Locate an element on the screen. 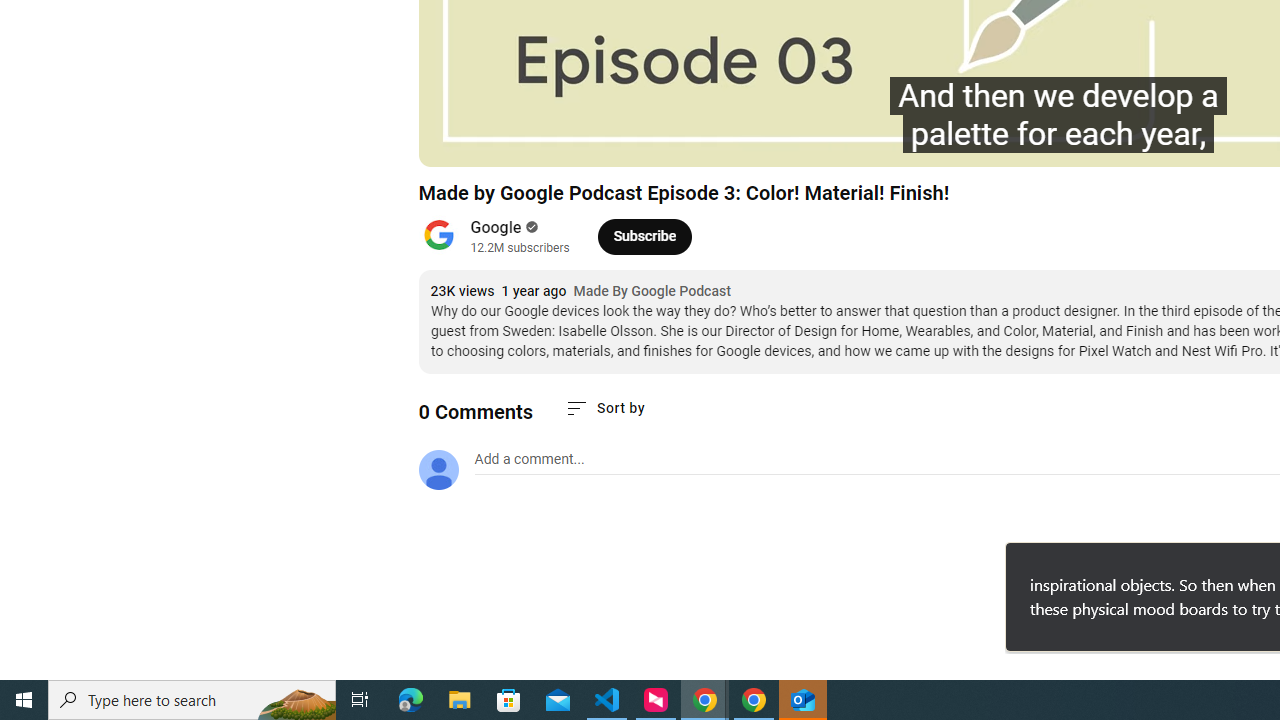 This screenshot has width=1280, height=720. 'AutomationID: simplebox-placeholder' is located at coordinates (529, 459).